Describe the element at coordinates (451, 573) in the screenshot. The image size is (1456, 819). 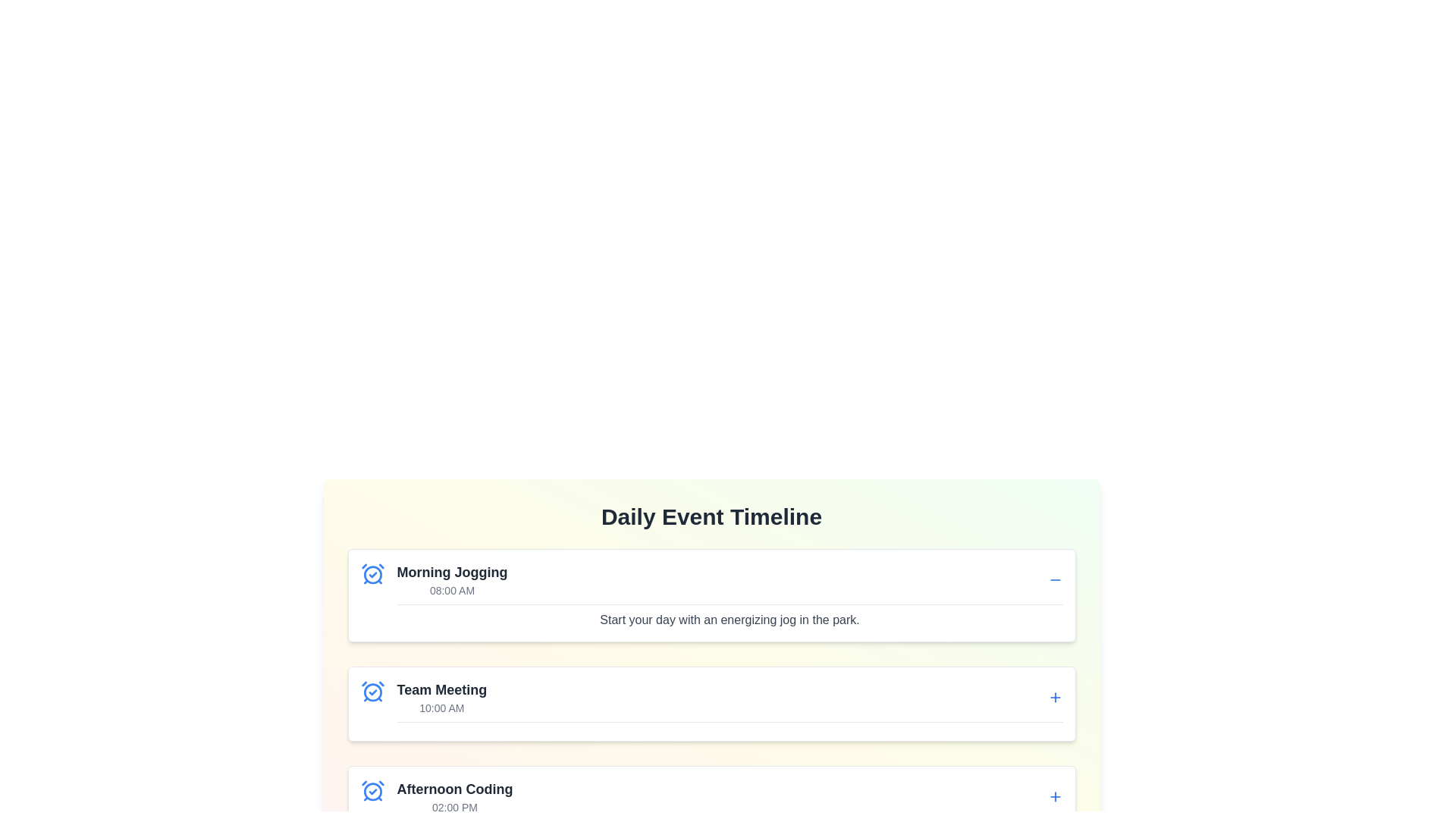
I see `the text label displaying 'Morning Jogging' which is styled in bold dark gray within an event card layout` at that location.